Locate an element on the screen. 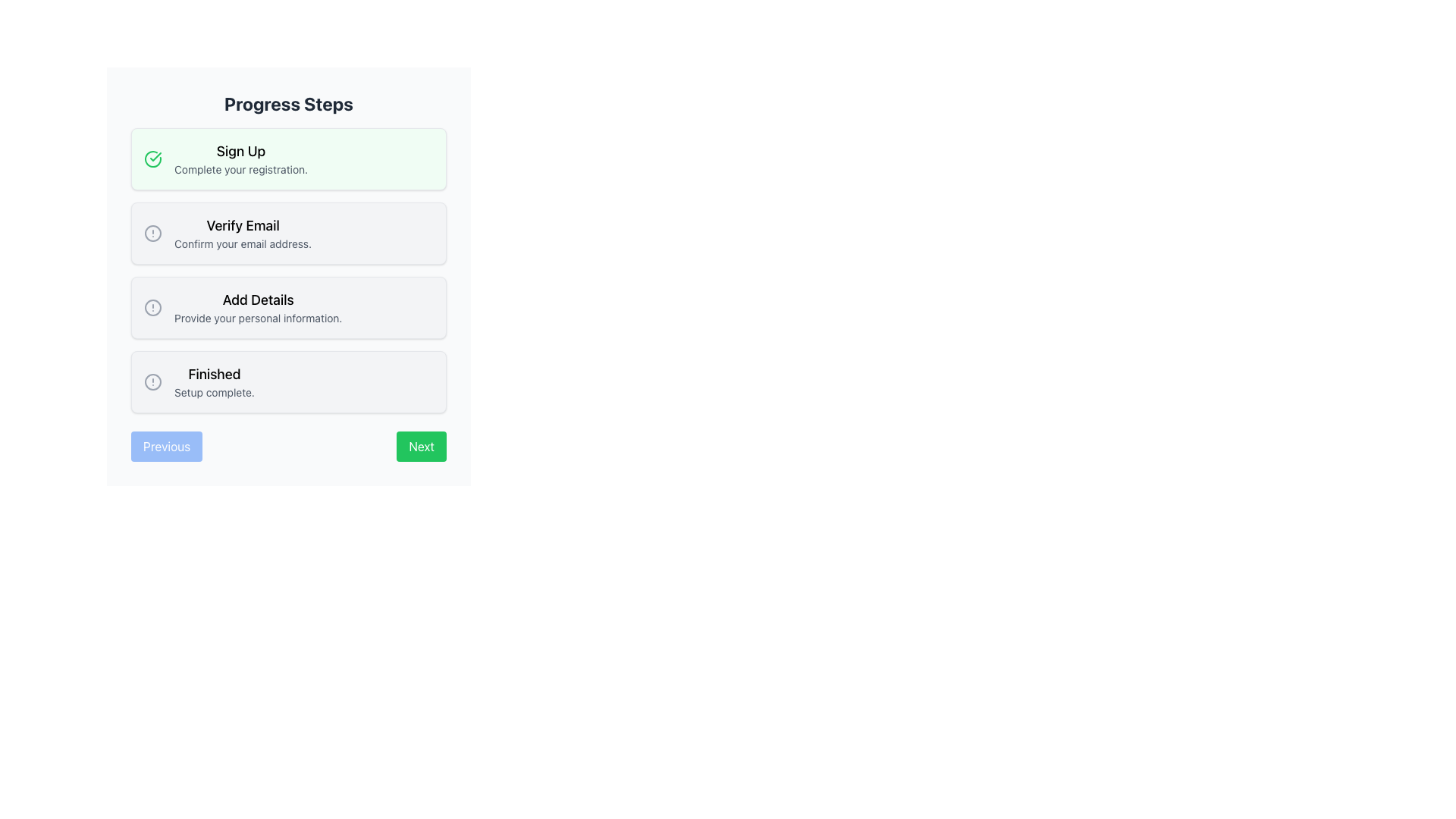 This screenshot has height=819, width=1456. the instructional text element located below the 'Sign Up' text in the green-highlighted box of the step-by-step progress interface is located at coordinates (240, 169).